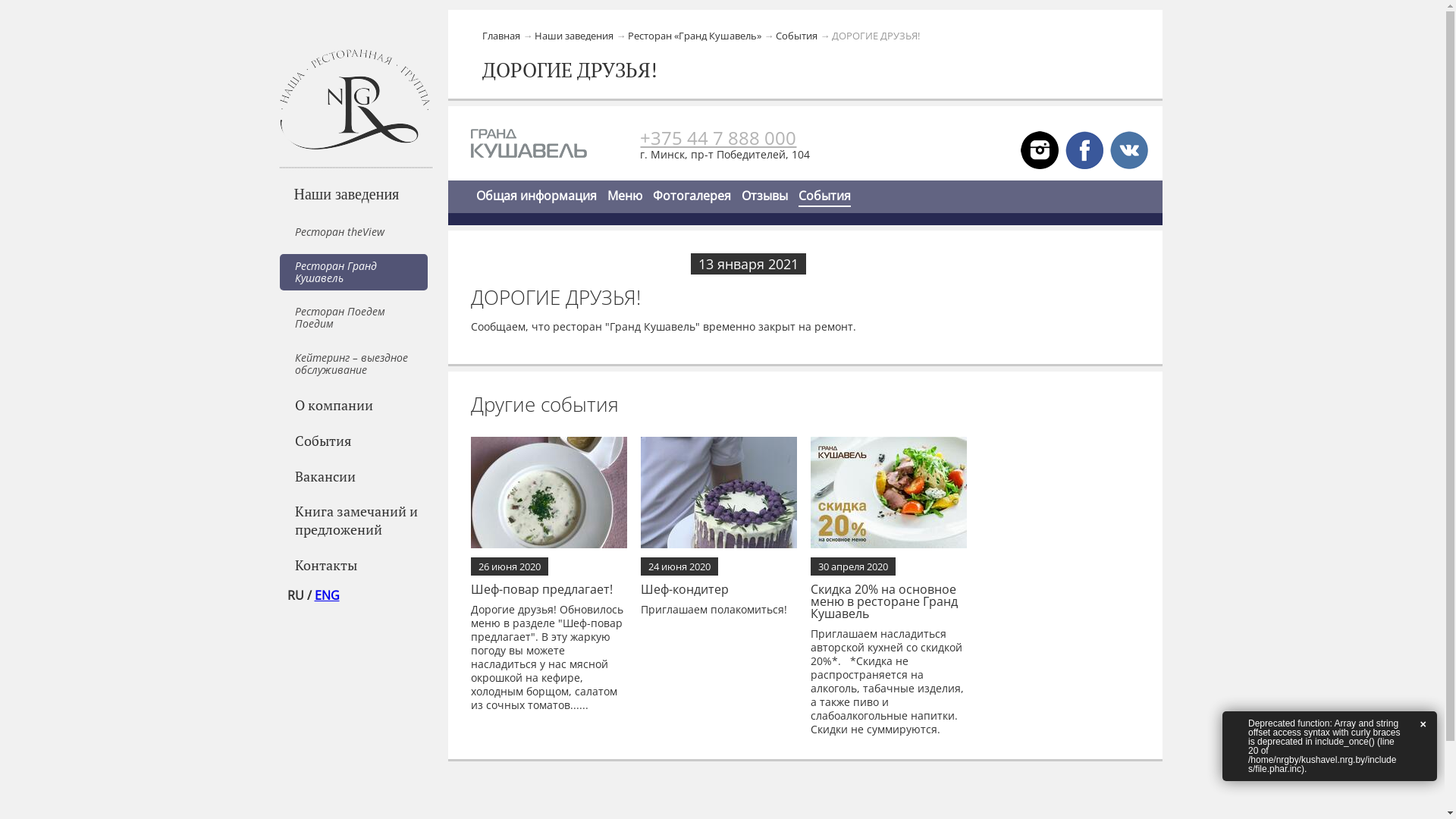 The image size is (1456, 819). I want to click on 'VK', so click(1110, 149).